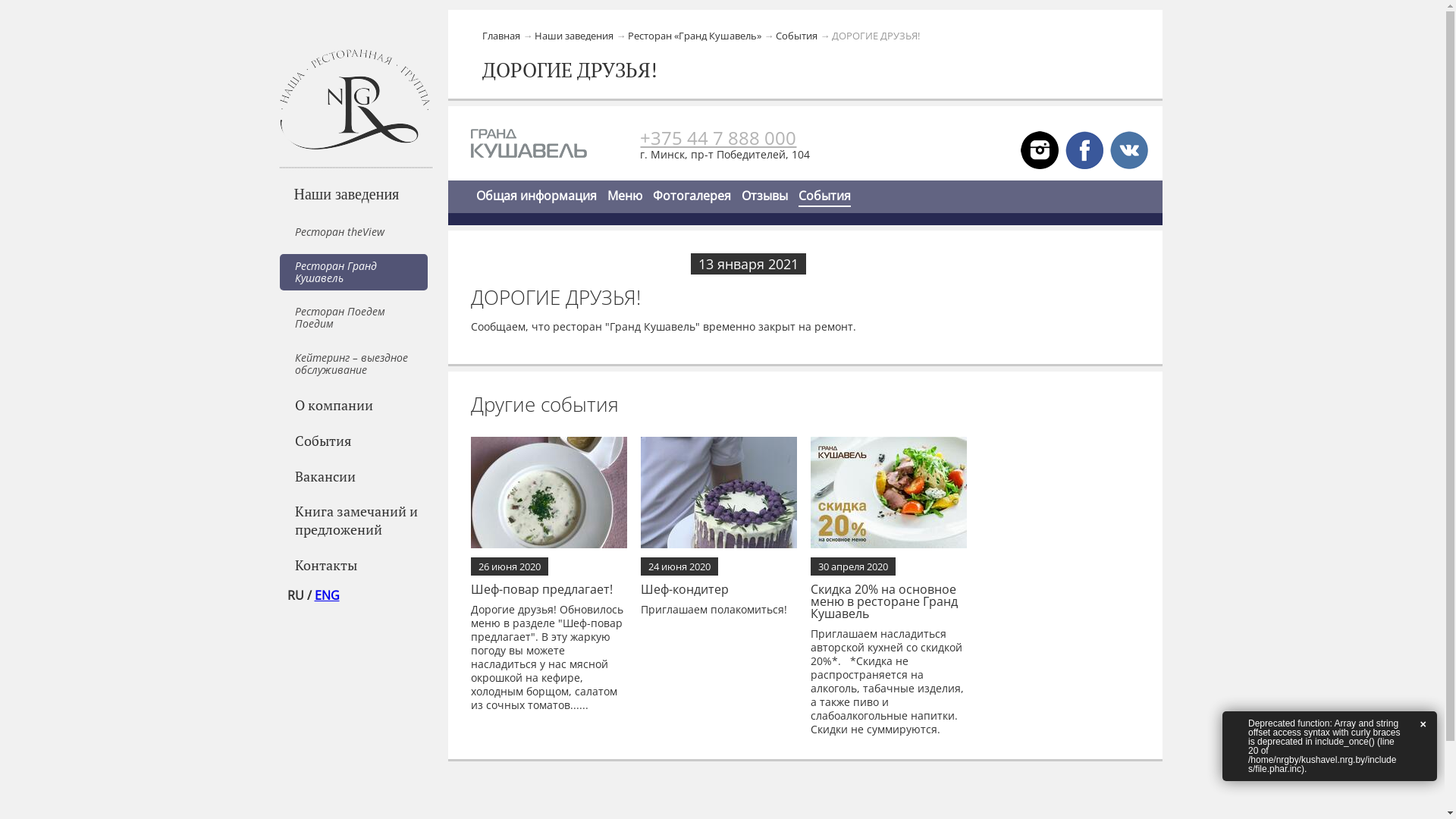 The image size is (1456, 819). I want to click on 'VK', so click(1110, 149).